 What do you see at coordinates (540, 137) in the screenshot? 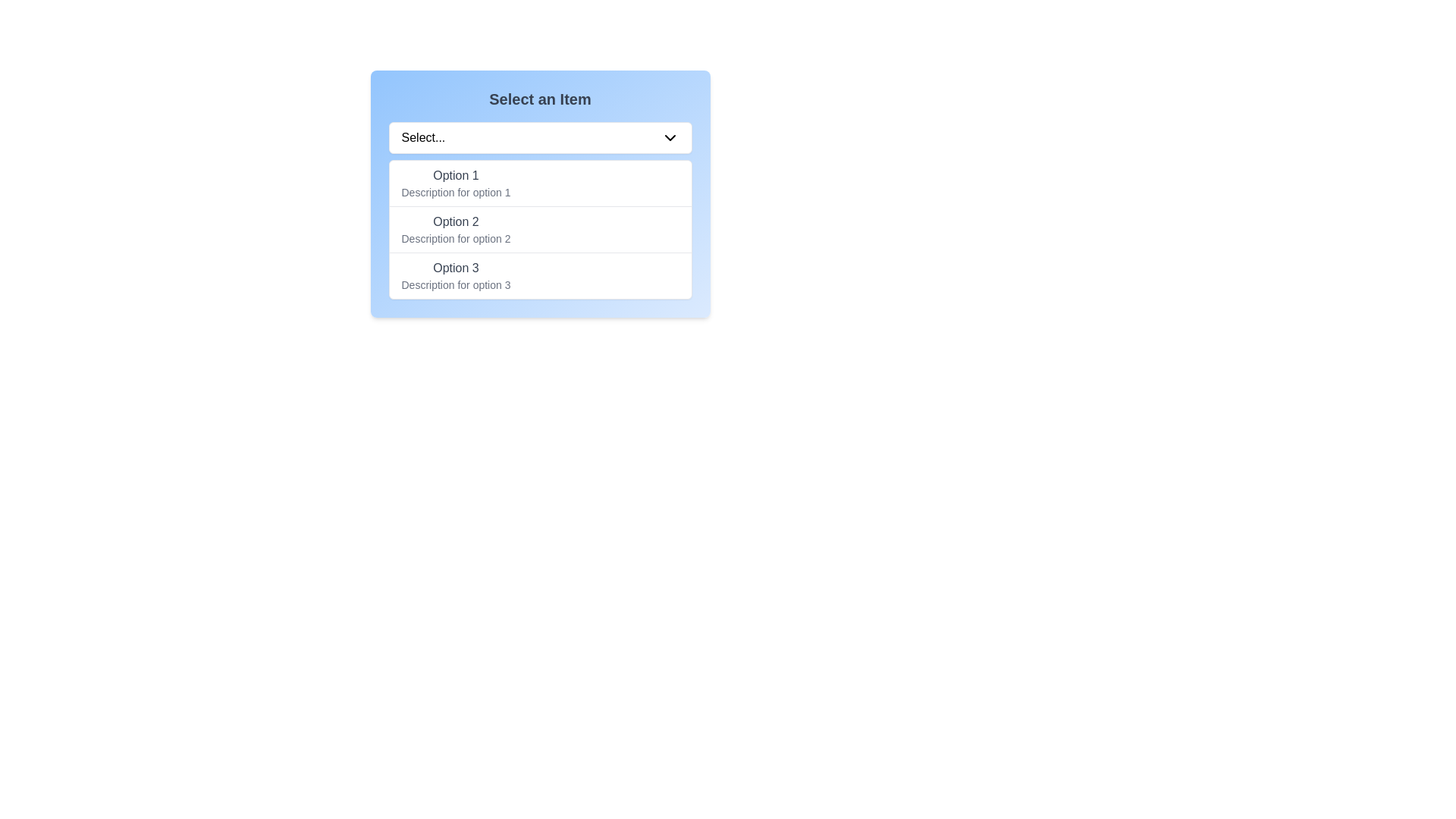
I see `the dropdown menu located below the title 'Select an Item'` at bounding box center [540, 137].